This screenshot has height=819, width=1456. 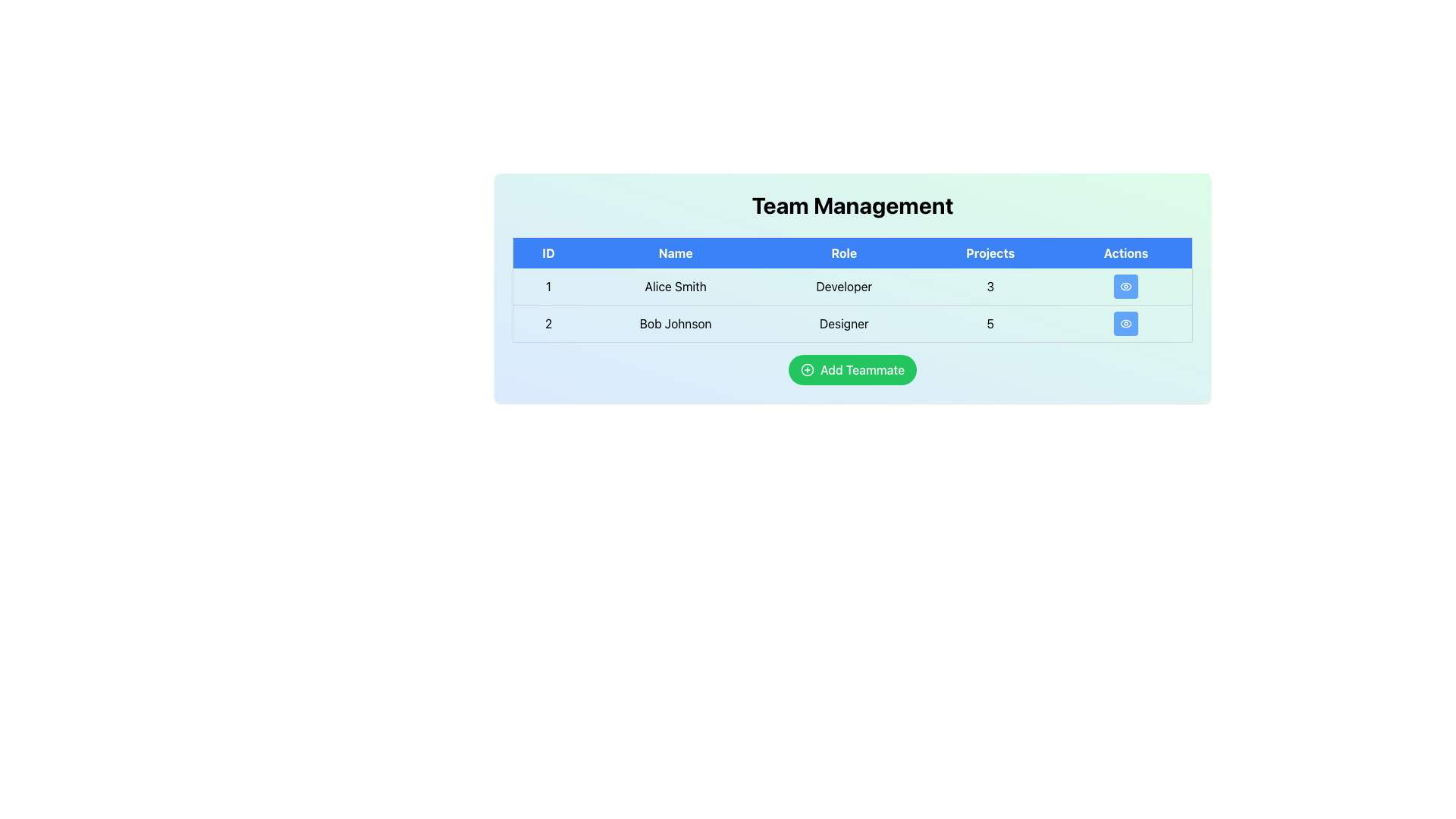 What do you see at coordinates (1126, 287) in the screenshot?
I see `the blue rectangular icon button with a white eye icon located in the 'Actions' column aligned with 'Alice Smith'` at bounding box center [1126, 287].